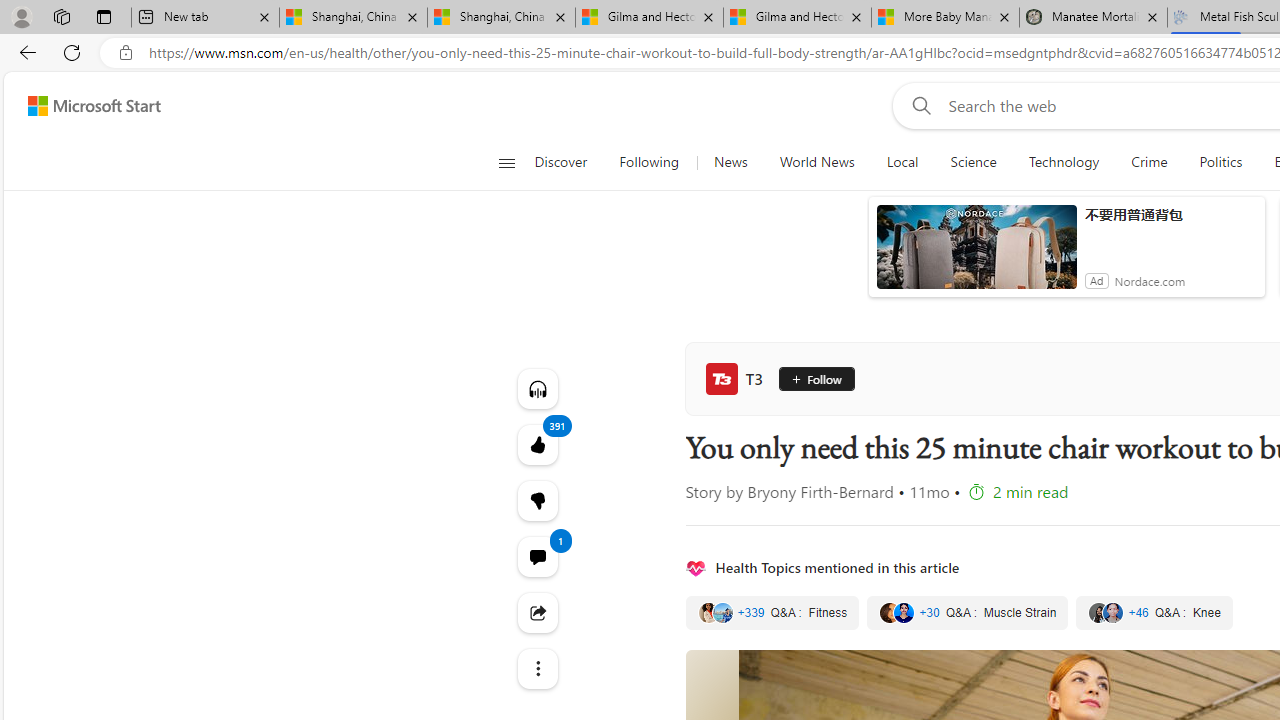 Image resolution: width=1280 pixels, height=720 pixels. What do you see at coordinates (537, 443) in the screenshot?
I see `'391 Like'` at bounding box center [537, 443].